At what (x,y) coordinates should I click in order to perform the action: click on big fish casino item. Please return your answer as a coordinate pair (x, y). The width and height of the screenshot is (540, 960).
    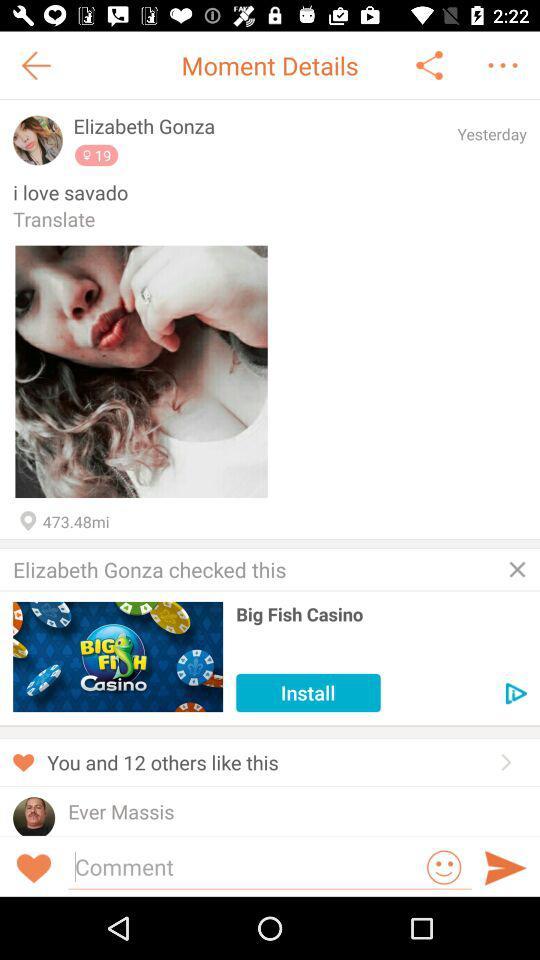
    Looking at the image, I should click on (381, 613).